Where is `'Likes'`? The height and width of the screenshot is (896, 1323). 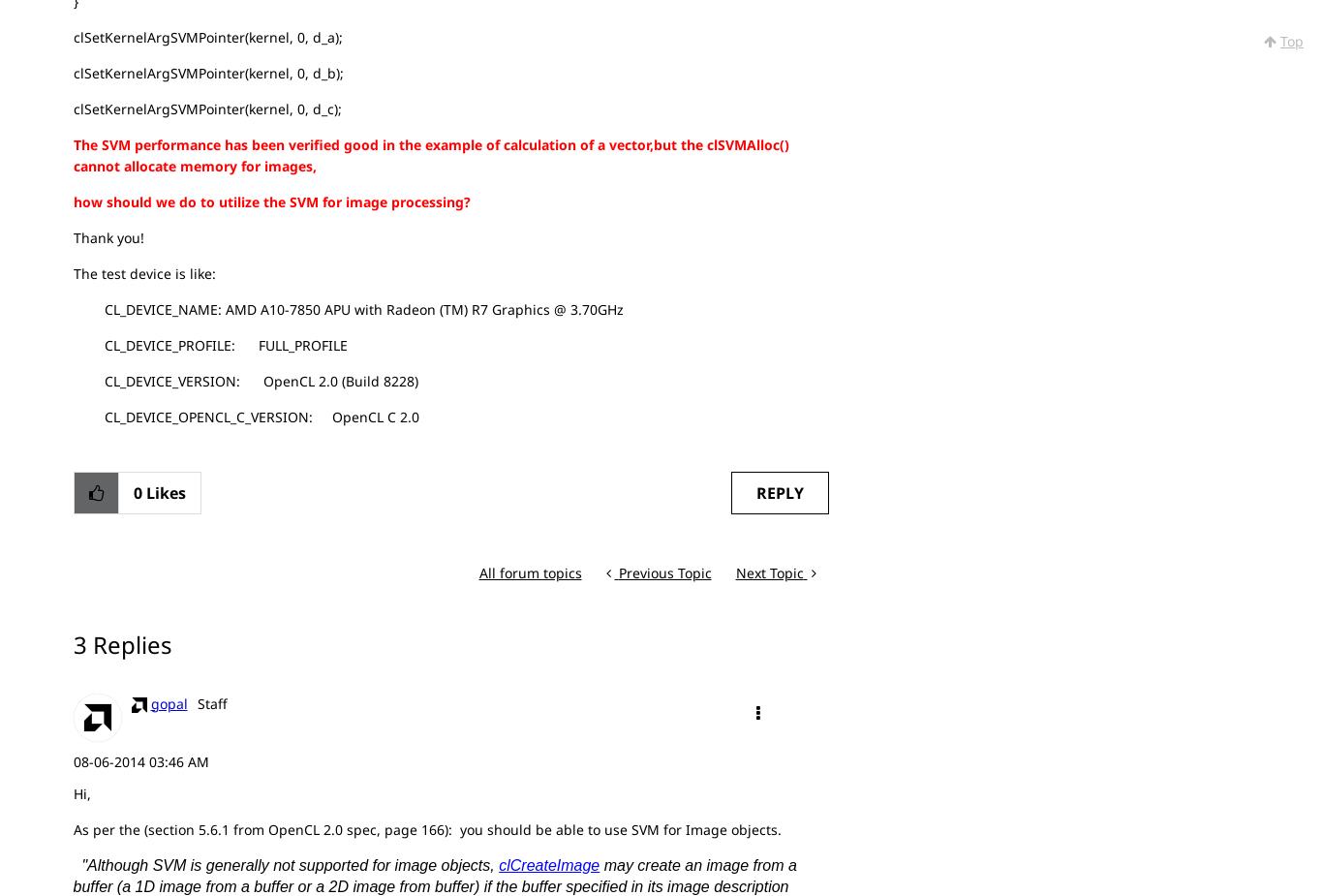 'Likes' is located at coordinates (164, 492).